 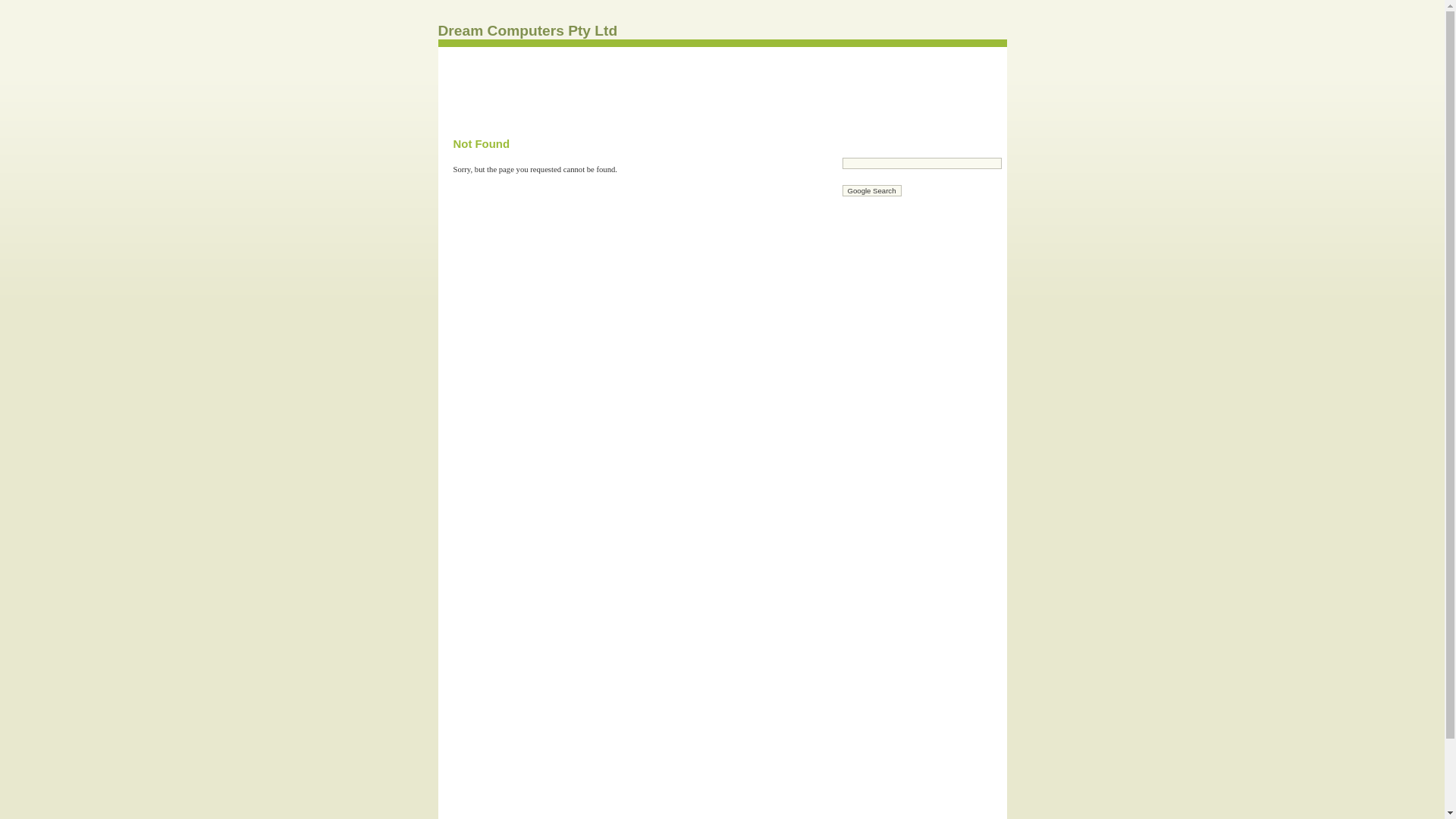 What do you see at coordinates (528, 30) in the screenshot?
I see `'Dream Computers Pty Ltd'` at bounding box center [528, 30].